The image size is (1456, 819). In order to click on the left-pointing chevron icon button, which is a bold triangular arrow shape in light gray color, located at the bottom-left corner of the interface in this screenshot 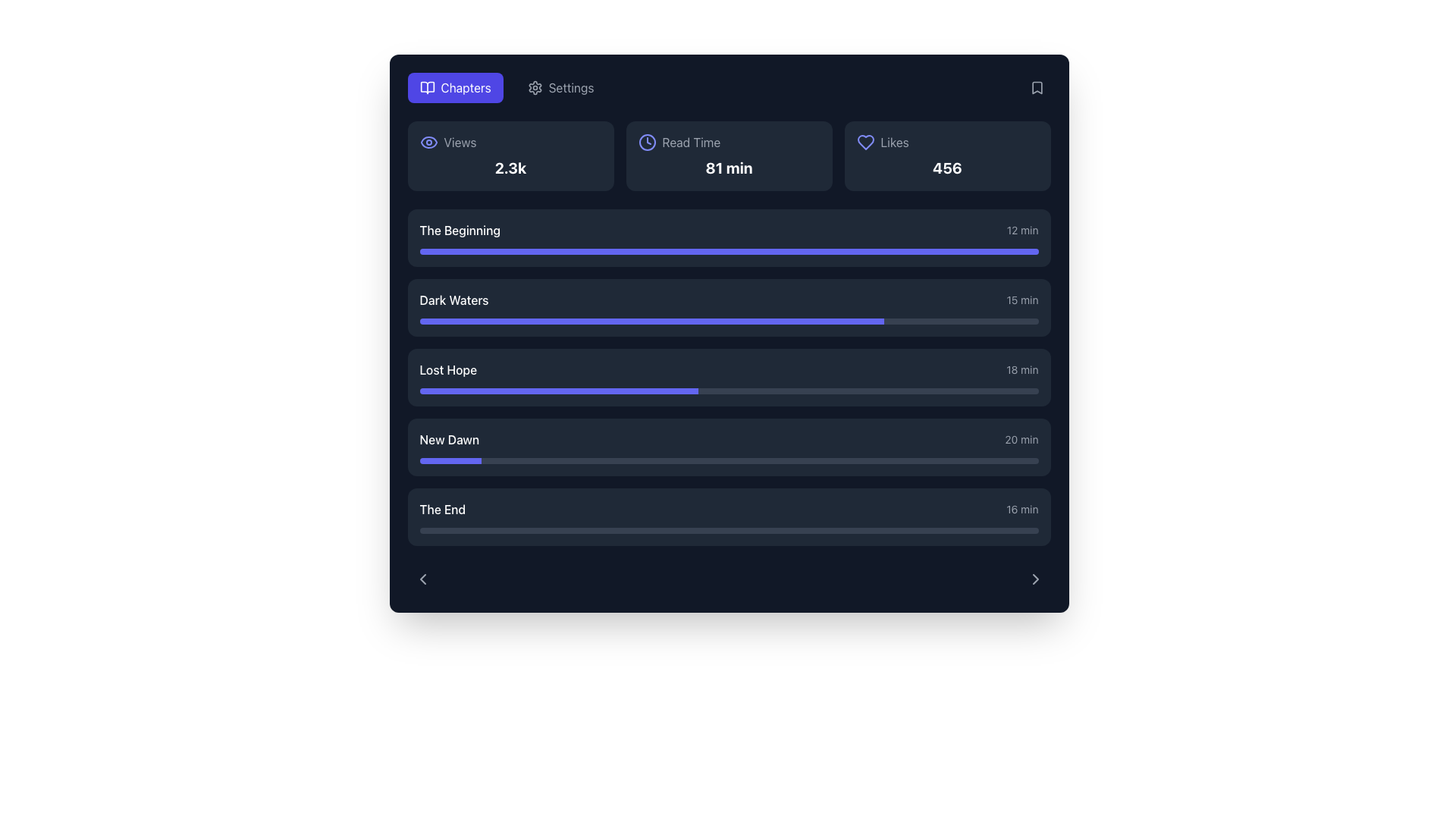, I will do `click(422, 579)`.